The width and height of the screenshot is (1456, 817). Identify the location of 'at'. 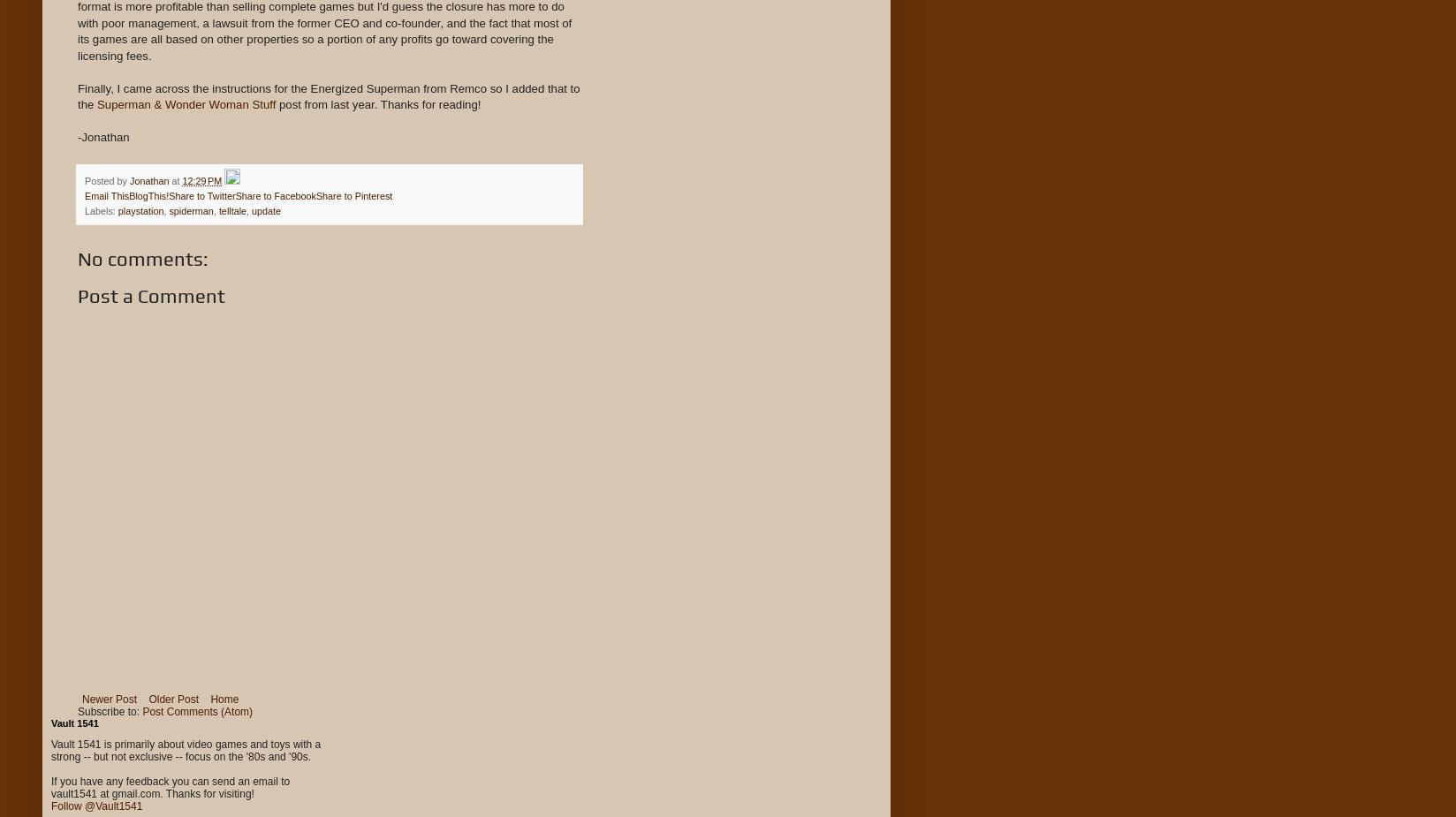
(177, 178).